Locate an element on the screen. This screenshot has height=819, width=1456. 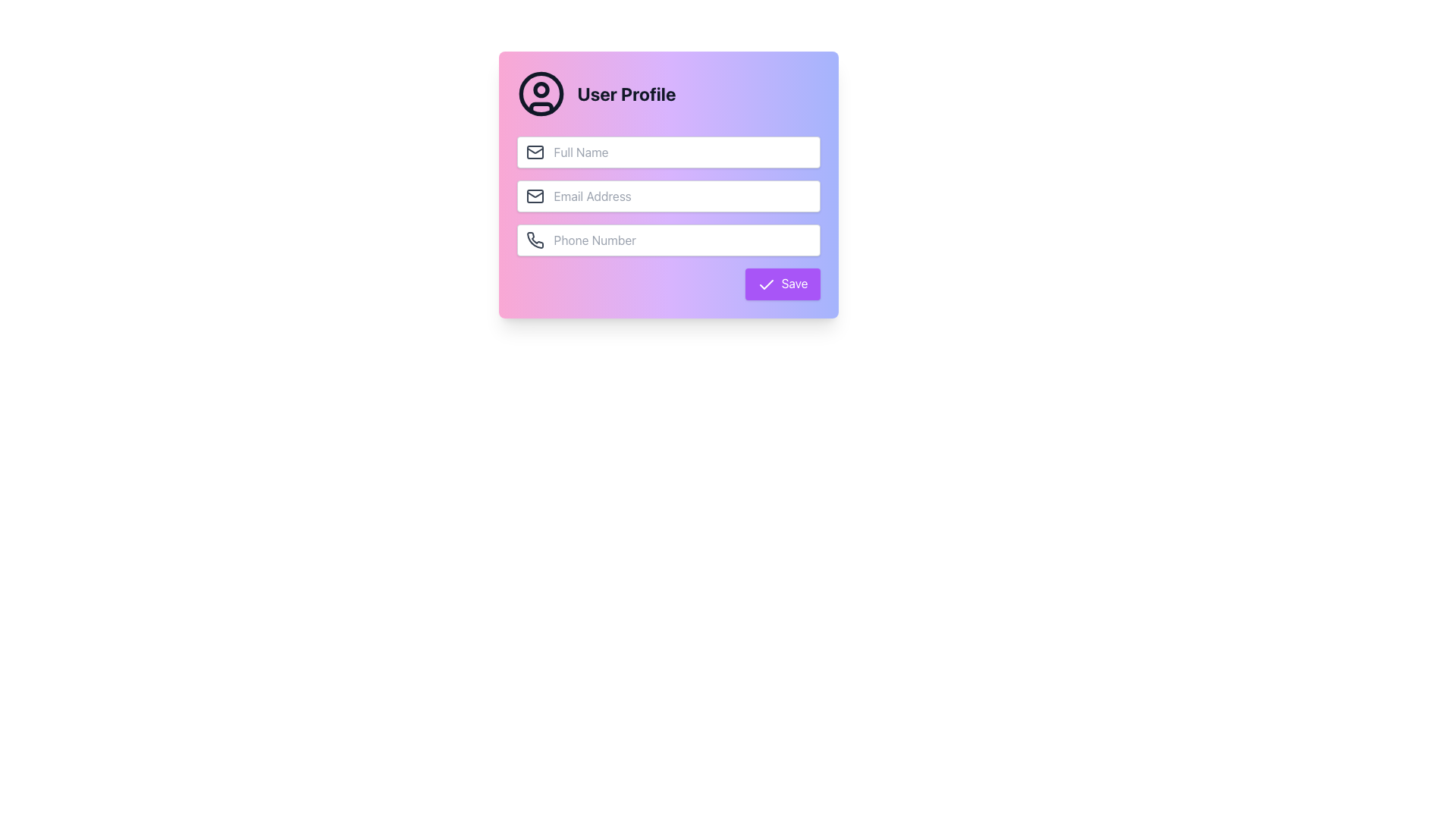
the small SVG circle that is part of the user profile icon located above the label 'User Profile' is located at coordinates (541, 89).